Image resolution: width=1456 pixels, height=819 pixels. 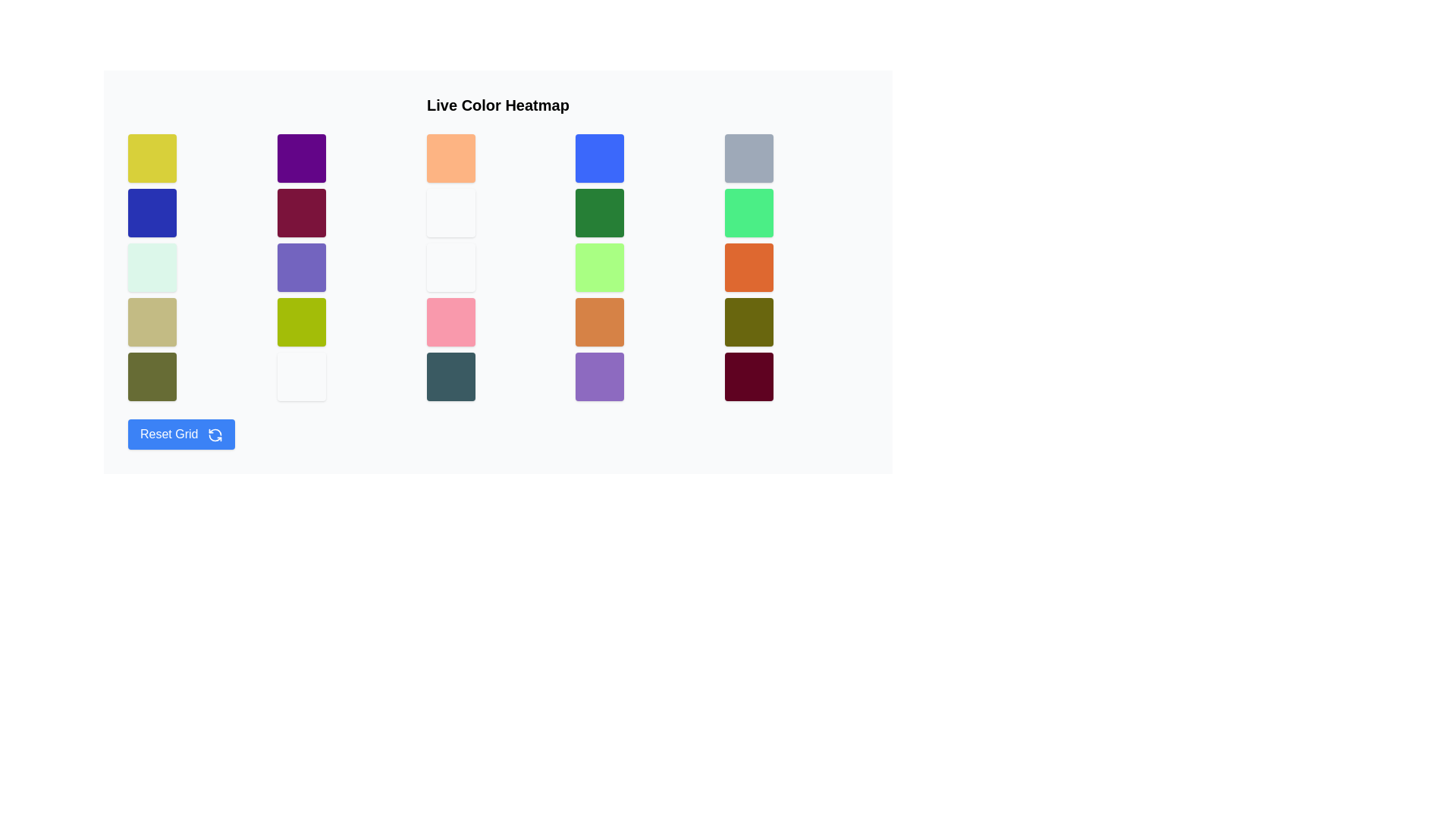 What do you see at coordinates (599, 321) in the screenshot?
I see `the fourth square in the fourth row of the grid layout, which serves as a non-interactive visual representation in a color heatmap or palette display` at bounding box center [599, 321].